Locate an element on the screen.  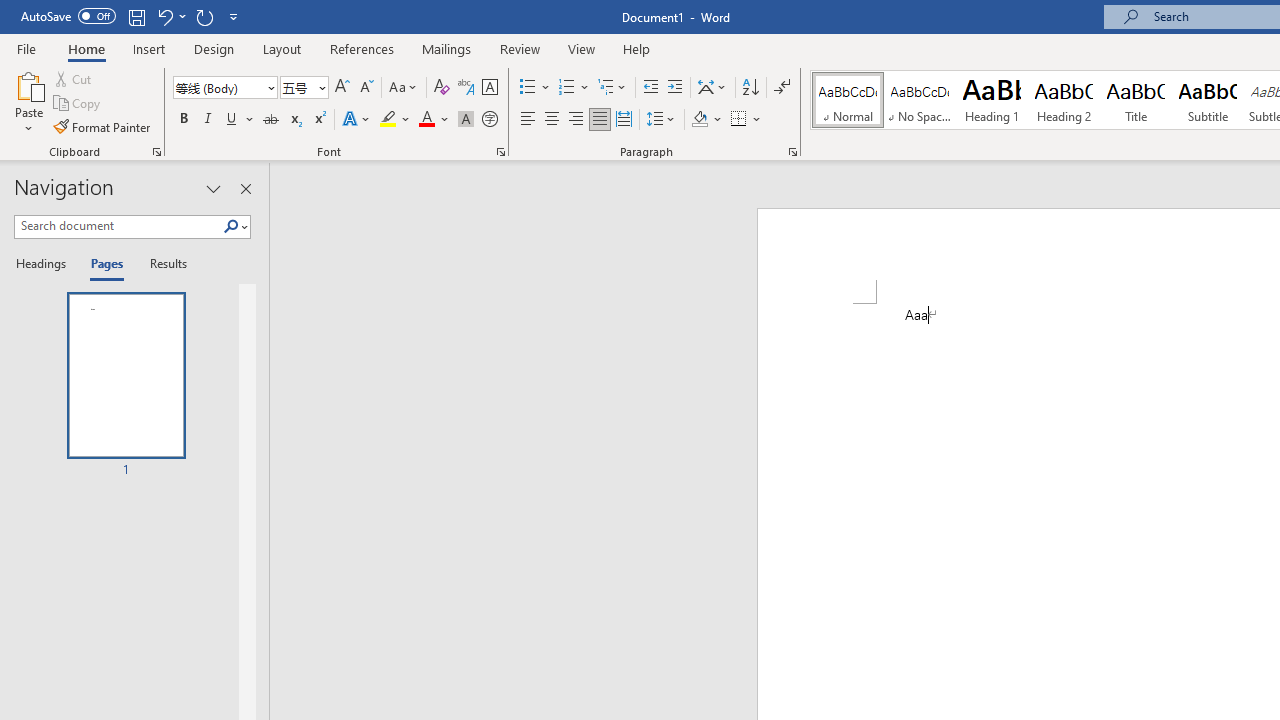
'Review' is located at coordinates (520, 48).